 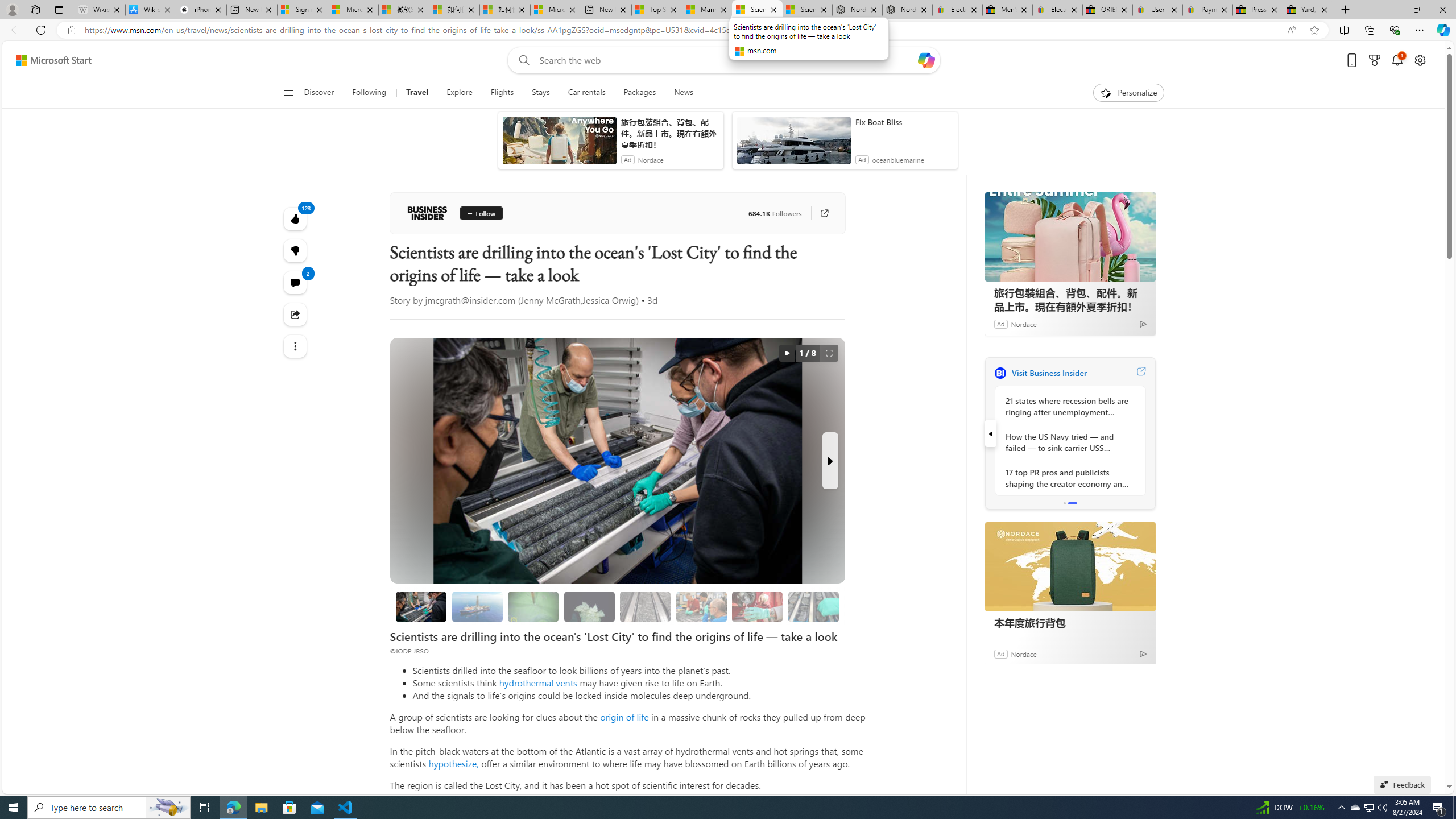 What do you see at coordinates (459, 92) in the screenshot?
I see `'Explore'` at bounding box center [459, 92].